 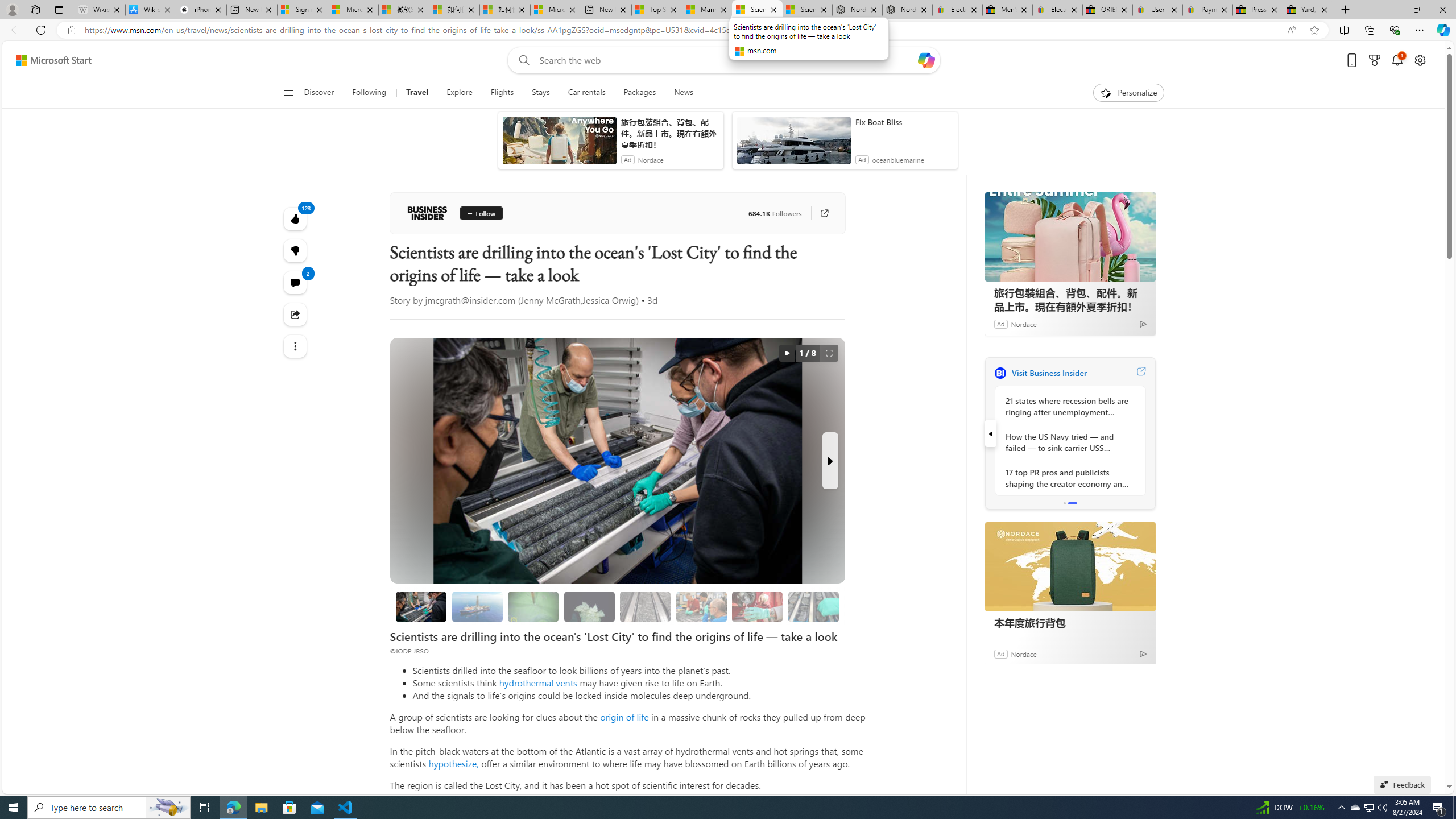 What do you see at coordinates (459, 92) in the screenshot?
I see `'Explore'` at bounding box center [459, 92].